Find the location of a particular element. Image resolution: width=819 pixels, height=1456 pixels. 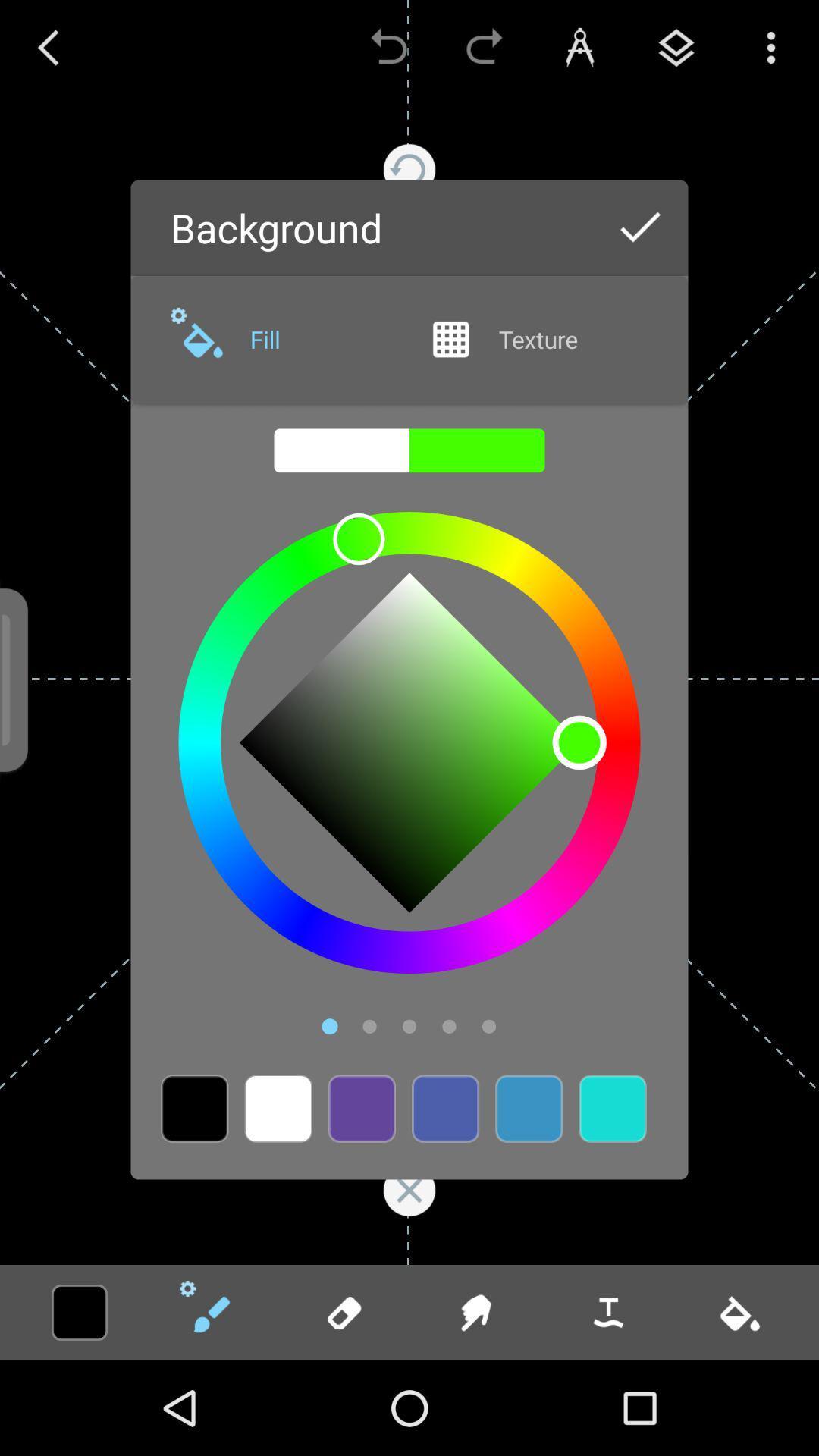

the arrow_backward icon is located at coordinates (46, 47).